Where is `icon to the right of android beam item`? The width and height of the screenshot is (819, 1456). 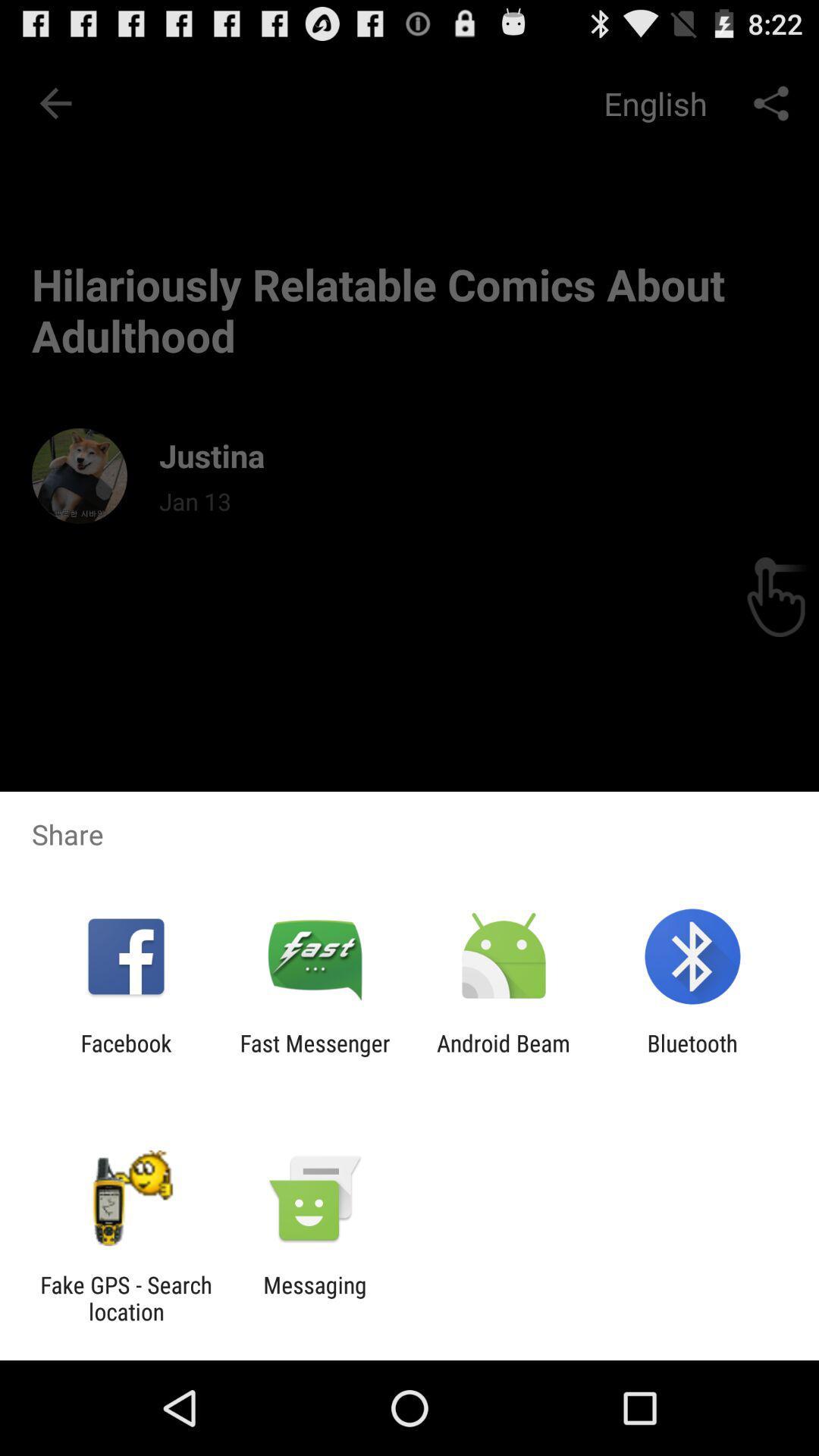
icon to the right of android beam item is located at coordinates (692, 1056).